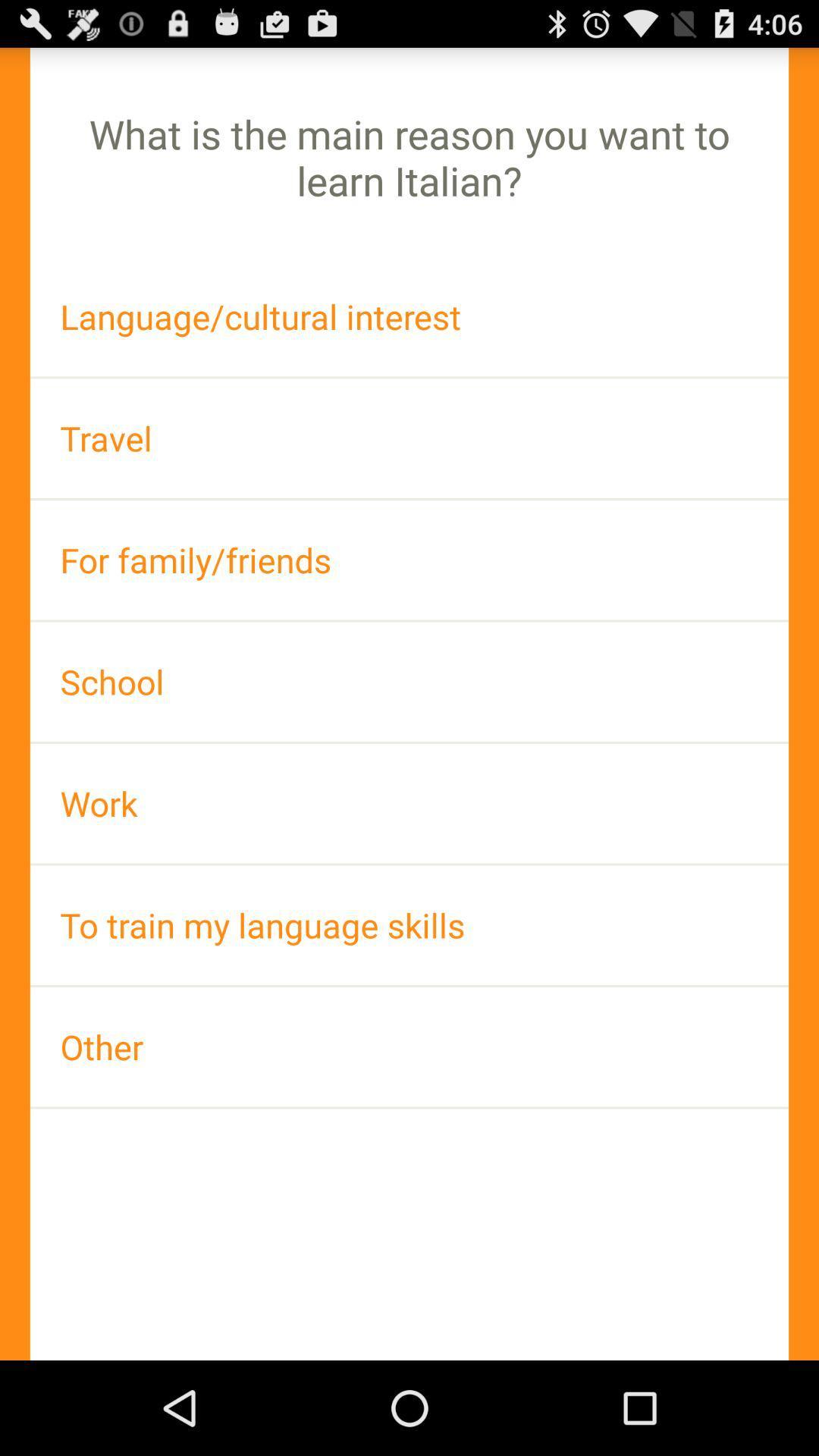 This screenshot has height=1456, width=819. What do you see at coordinates (409, 559) in the screenshot?
I see `item above school icon` at bounding box center [409, 559].